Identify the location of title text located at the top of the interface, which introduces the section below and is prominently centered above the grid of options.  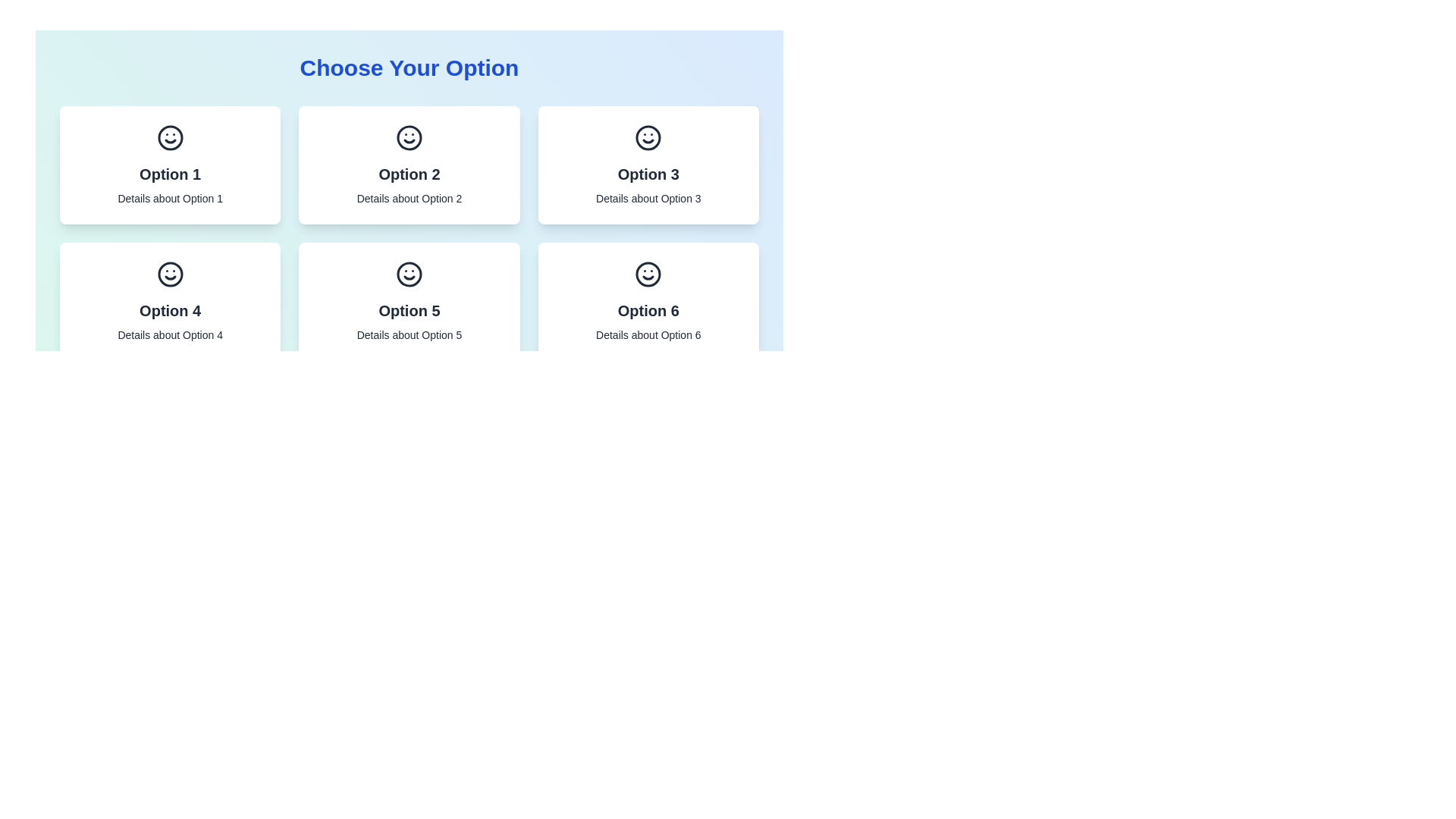
(409, 67).